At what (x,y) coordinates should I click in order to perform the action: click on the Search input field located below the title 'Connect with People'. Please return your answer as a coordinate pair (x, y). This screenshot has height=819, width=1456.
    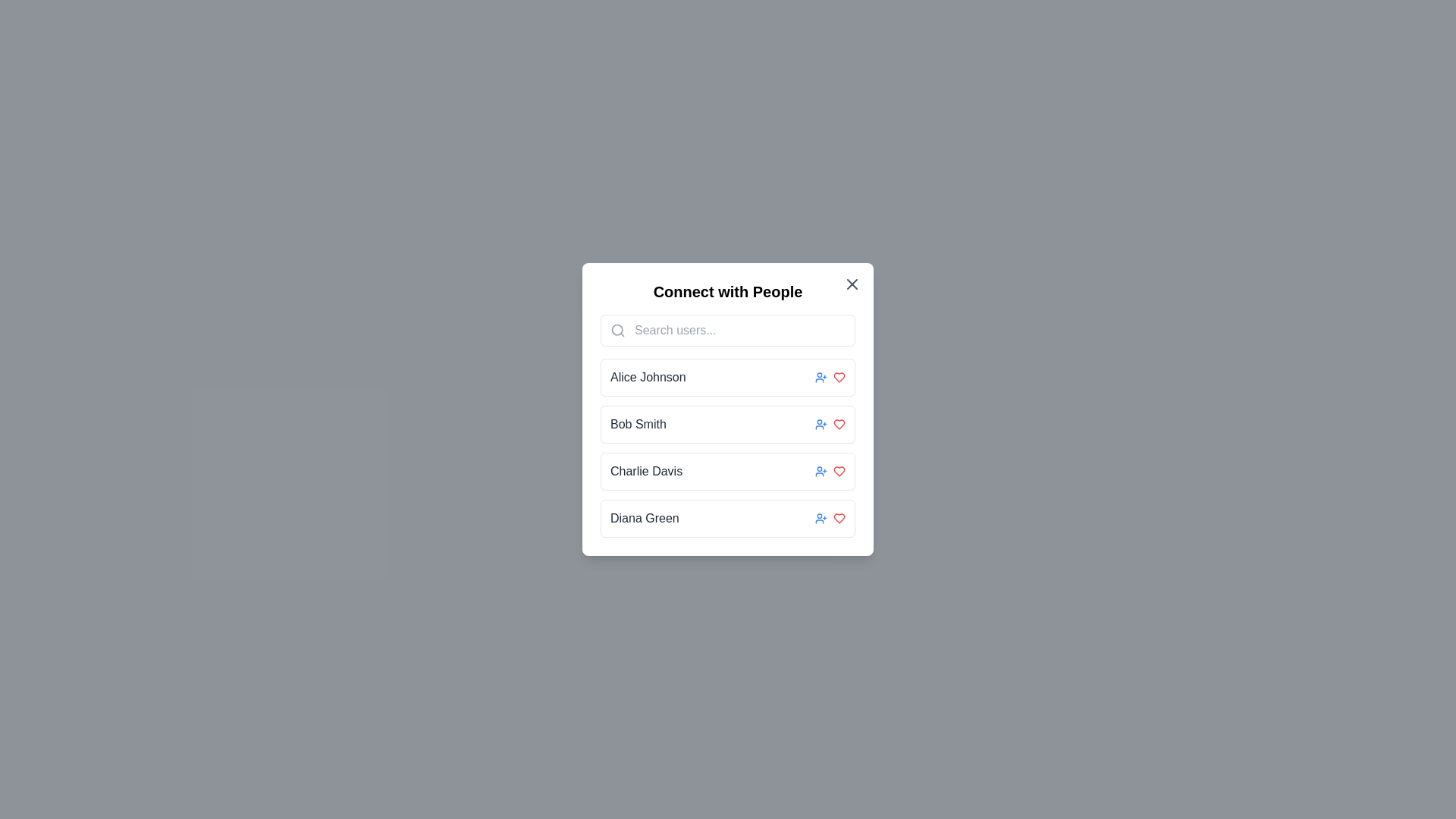
    Looking at the image, I should click on (728, 329).